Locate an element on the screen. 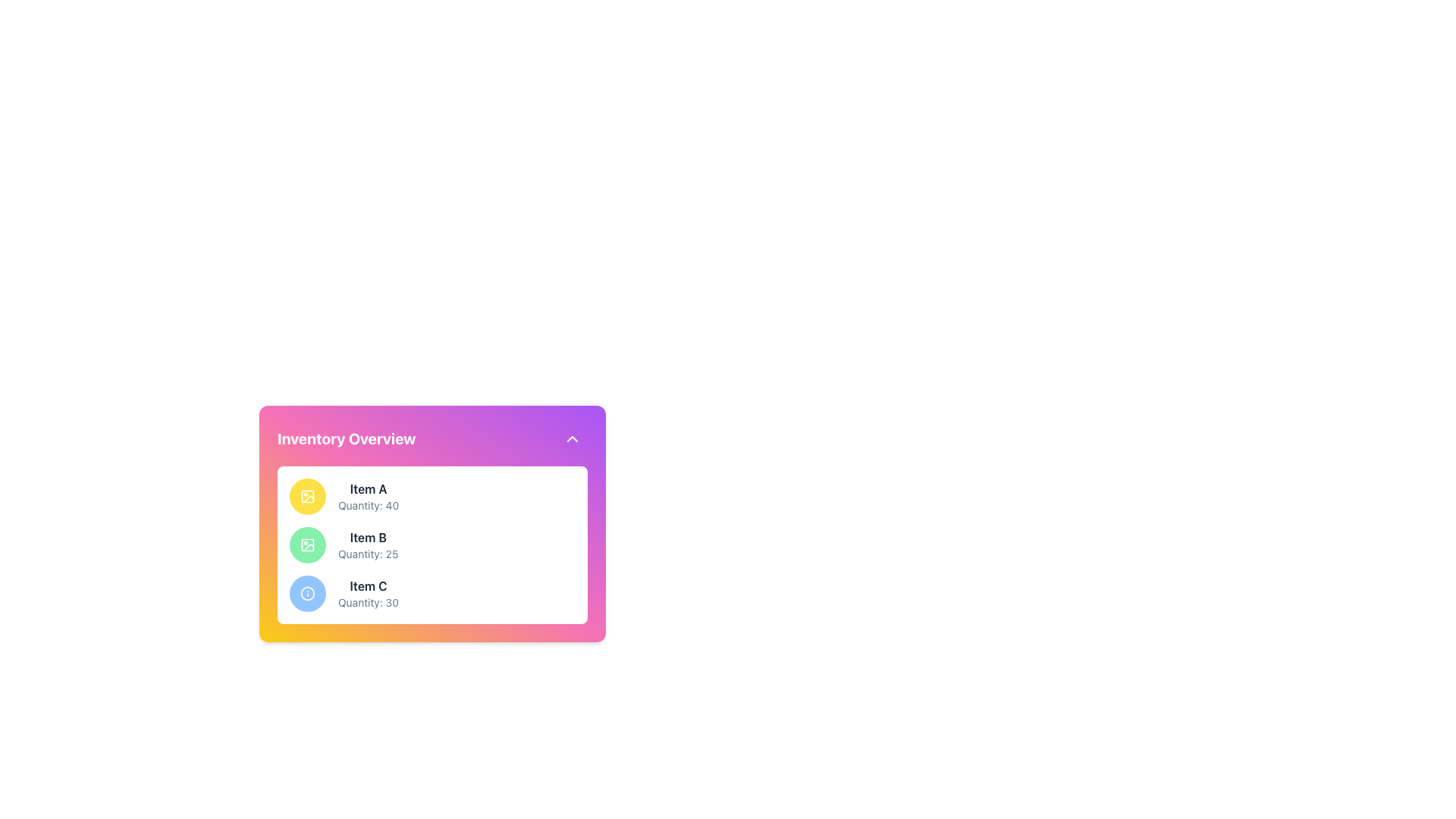 Image resolution: width=1456 pixels, height=819 pixels. the text label displaying the quantity information for 'Item A' in the inventory list, which is located directly below the title 'Item A' is located at coordinates (369, 506).